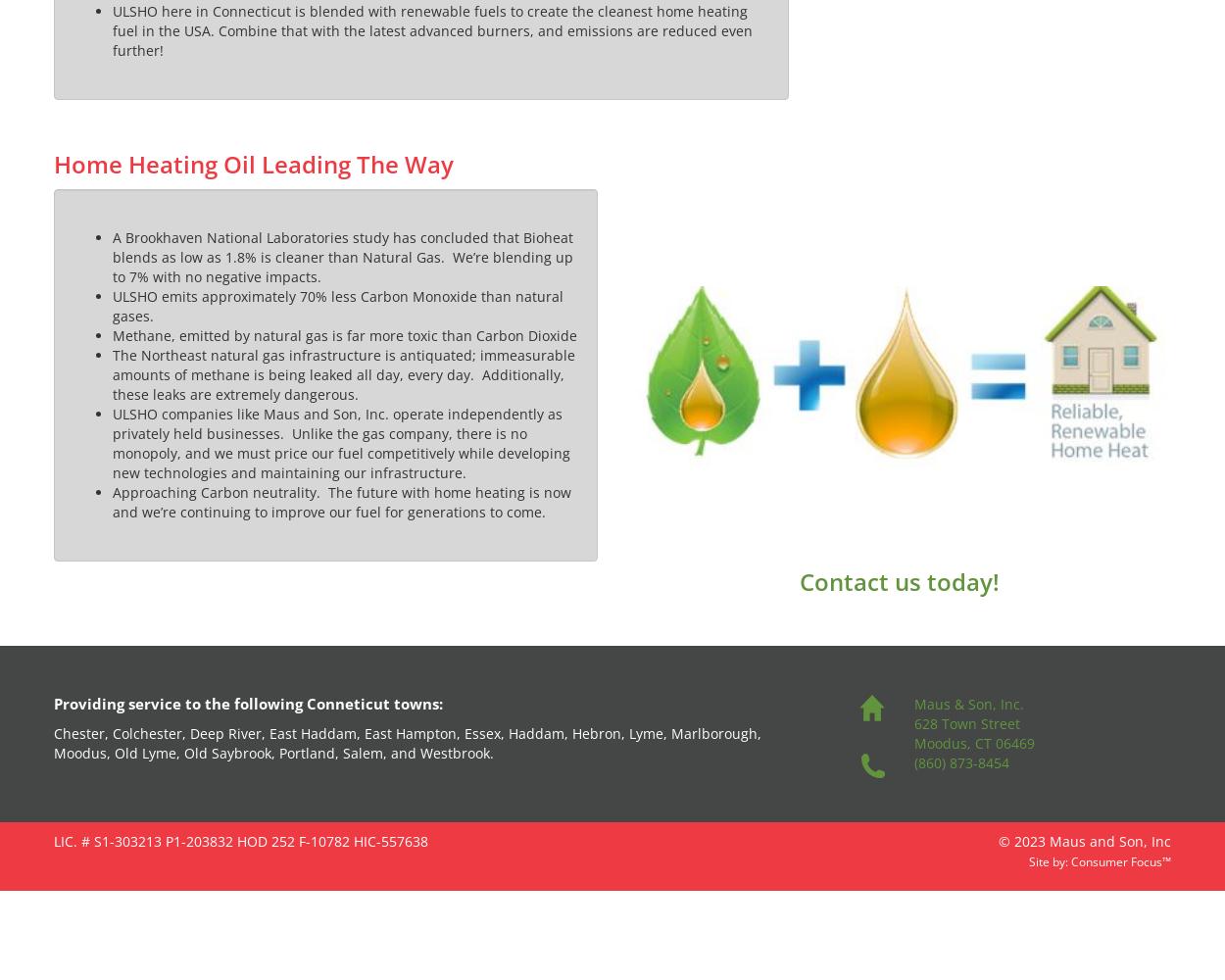  What do you see at coordinates (112, 334) in the screenshot?
I see `'Methane, emitted by natural gas is far more toxic than Carbon Dioxide'` at bounding box center [112, 334].